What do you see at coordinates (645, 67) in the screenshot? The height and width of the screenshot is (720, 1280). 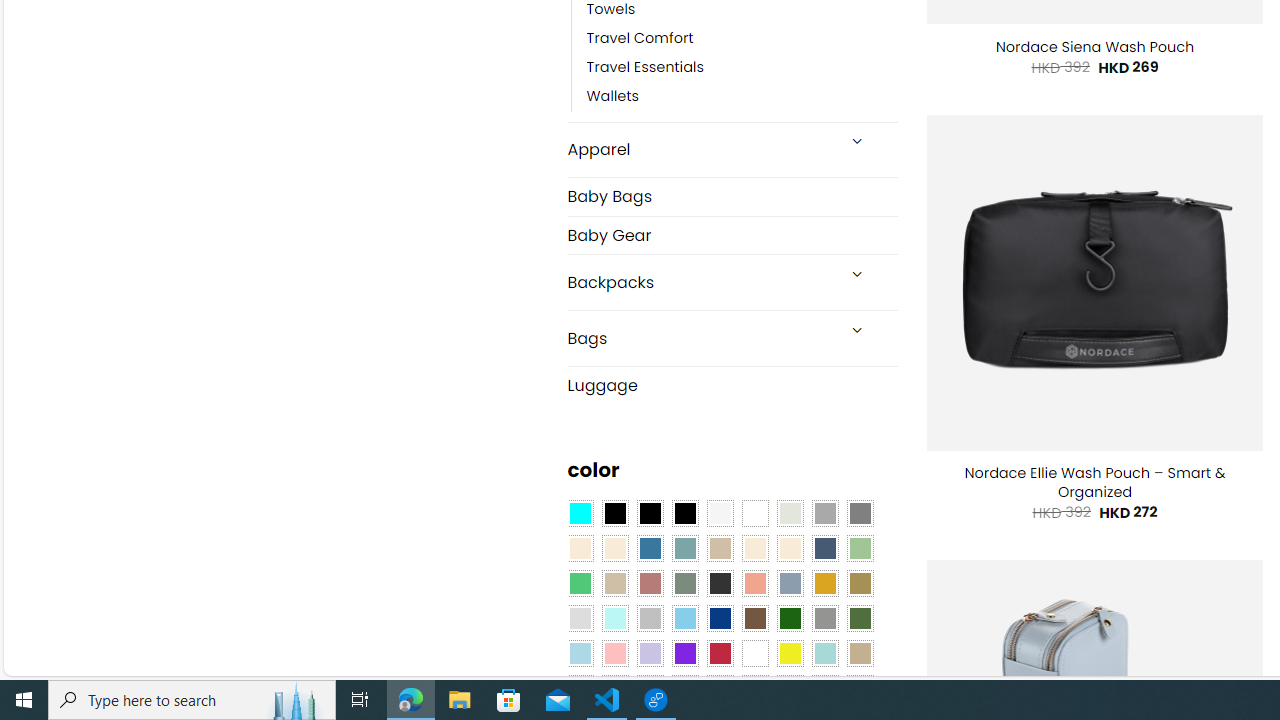 I see `'Travel Essentials'` at bounding box center [645, 67].